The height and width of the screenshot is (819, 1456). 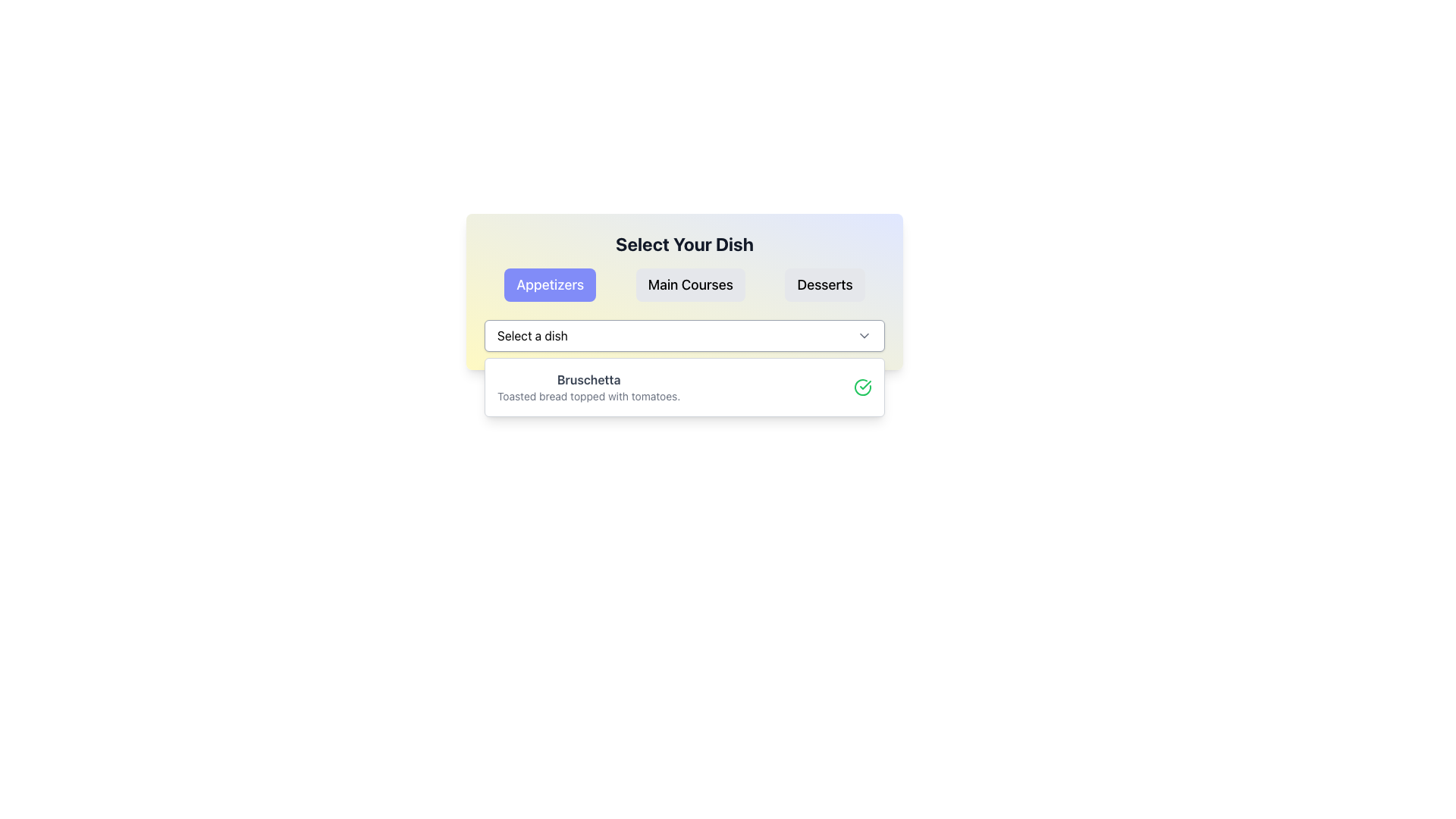 What do you see at coordinates (588, 386) in the screenshot?
I see `the first menu item option in the 'Appetizers' tab of the dish selection process` at bounding box center [588, 386].